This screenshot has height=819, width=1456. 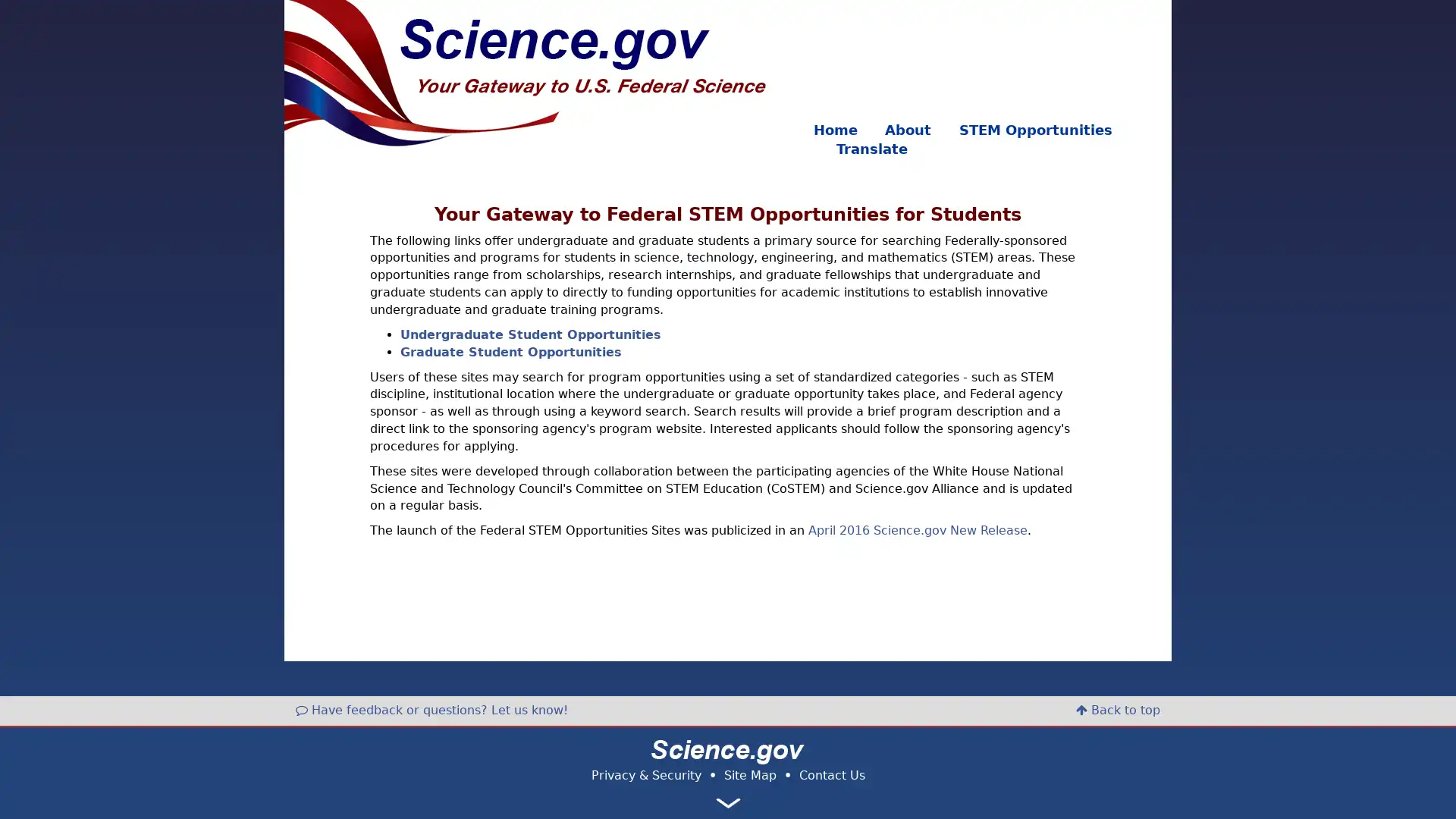 What do you see at coordinates (728, 802) in the screenshot?
I see `expand` at bounding box center [728, 802].